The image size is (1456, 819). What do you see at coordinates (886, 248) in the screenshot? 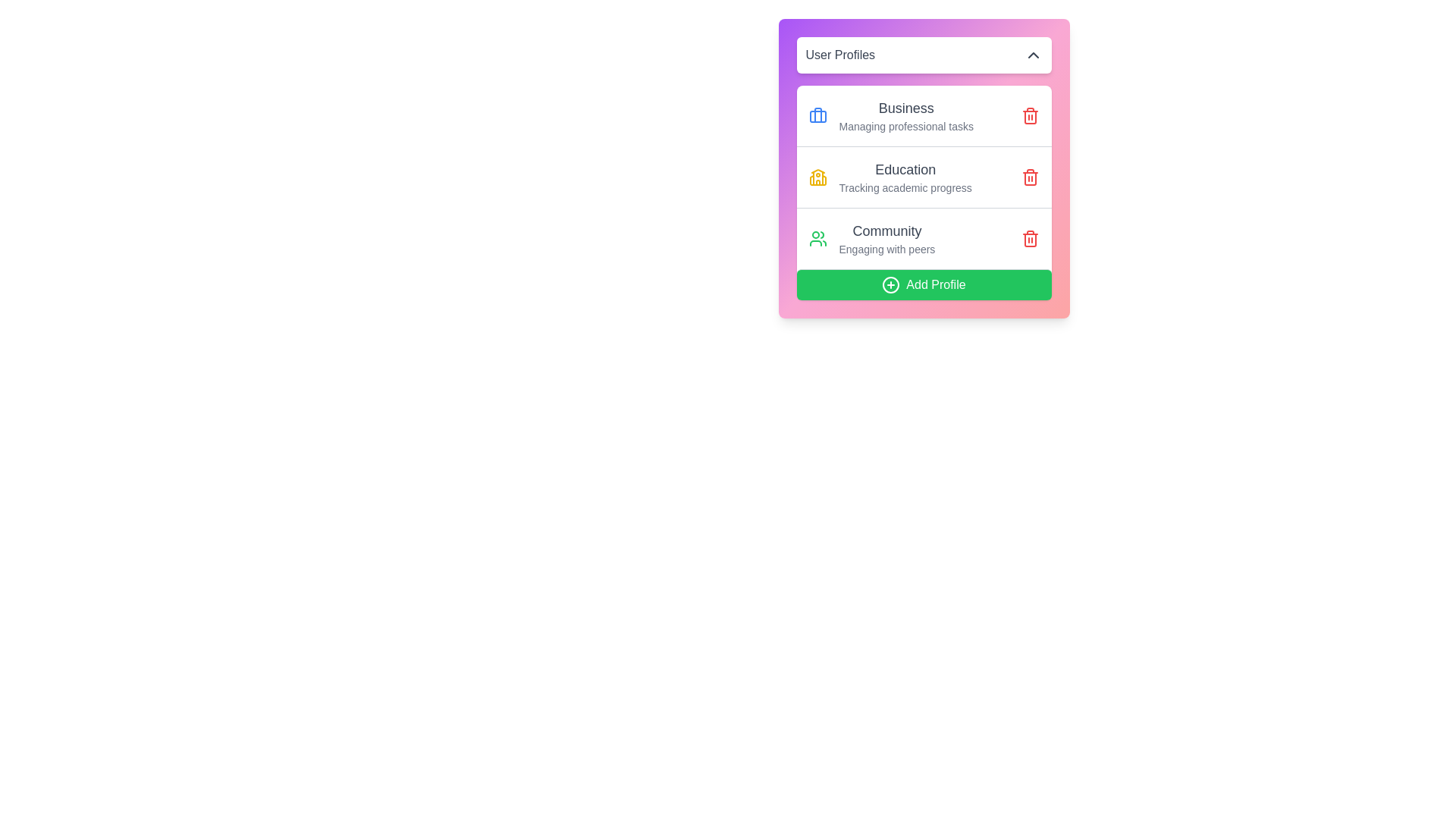
I see `the text label providing additional information about the 'Community' profile category, located beneath the 'Community' label in the profile categories list` at bounding box center [886, 248].